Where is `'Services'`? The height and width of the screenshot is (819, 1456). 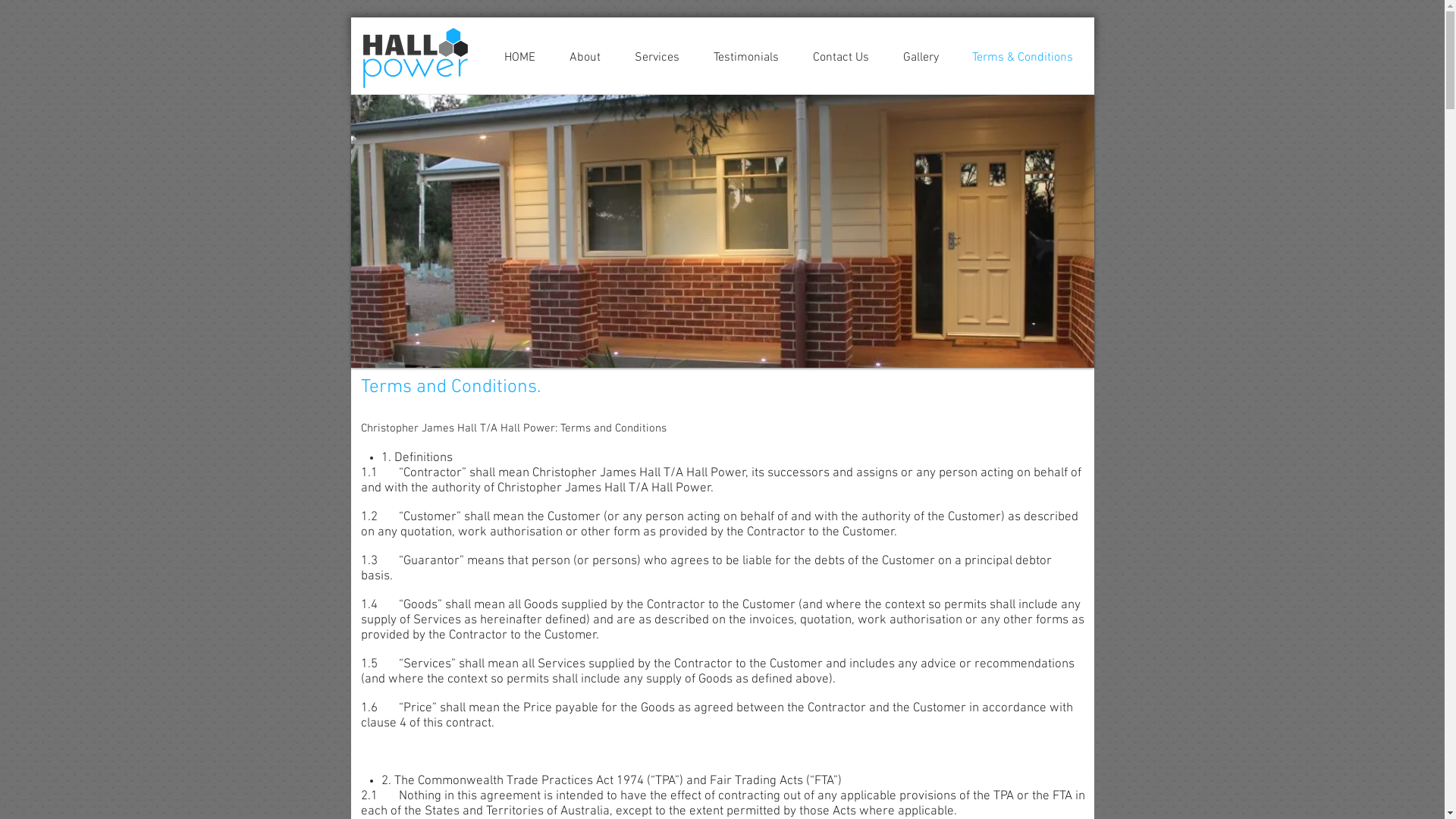 'Services' is located at coordinates (656, 57).